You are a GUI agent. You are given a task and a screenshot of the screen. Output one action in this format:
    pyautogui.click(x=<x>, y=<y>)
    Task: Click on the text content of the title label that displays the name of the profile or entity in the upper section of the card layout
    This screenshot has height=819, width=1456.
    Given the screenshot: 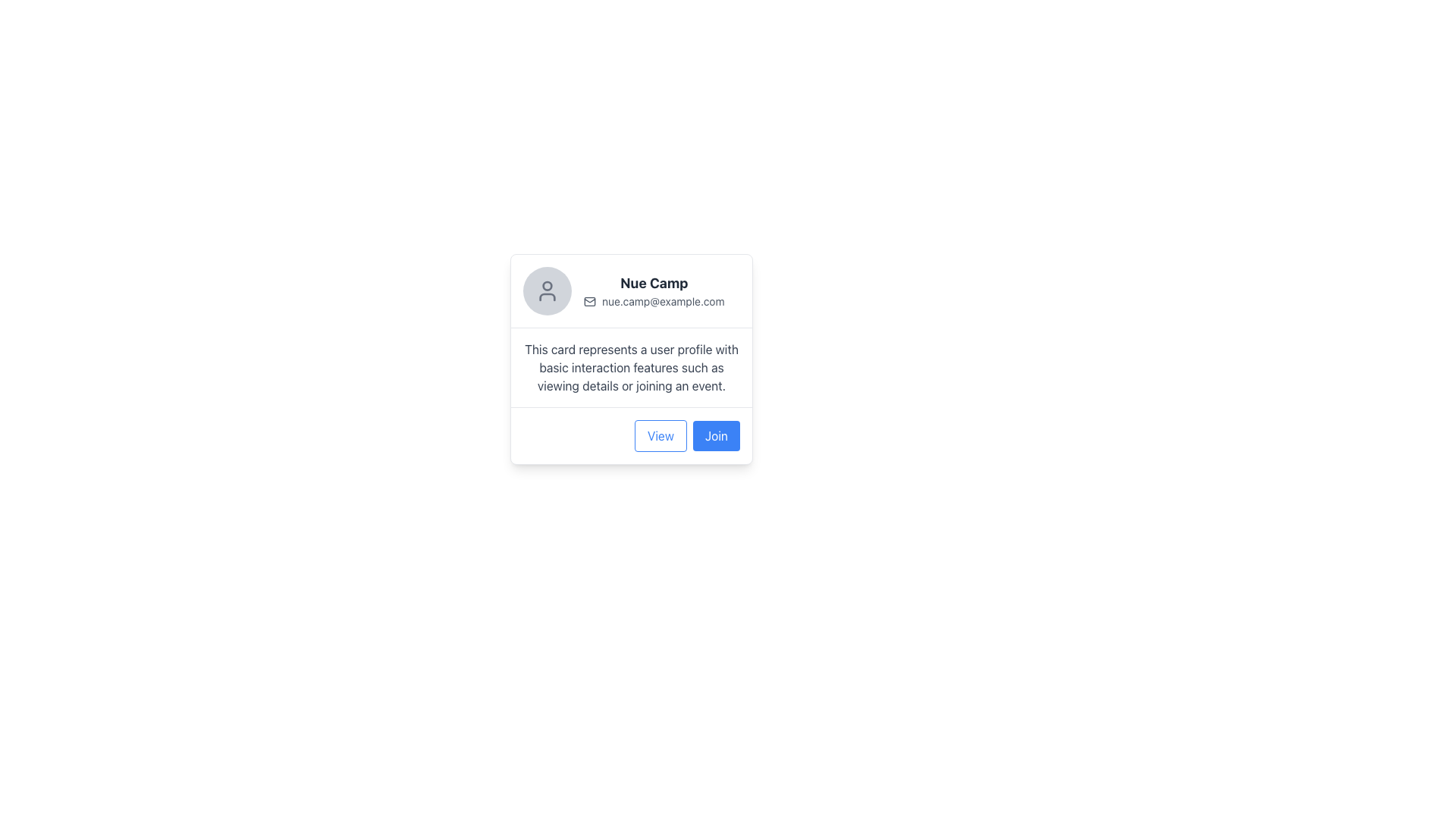 What is the action you would take?
    pyautogui.click(x=654, y=284)
    